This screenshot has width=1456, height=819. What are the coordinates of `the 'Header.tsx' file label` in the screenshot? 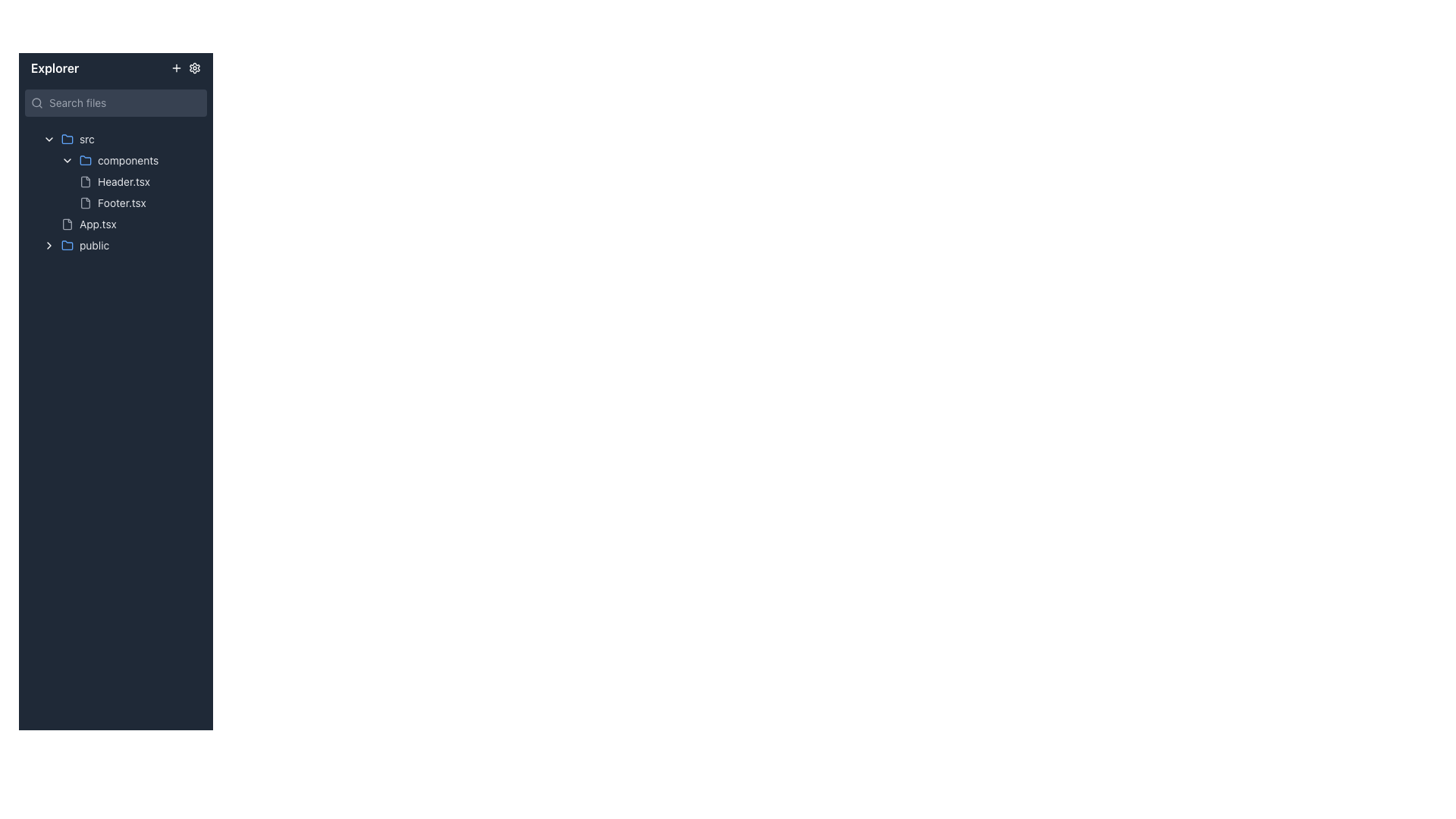 It's located at (122, 180).